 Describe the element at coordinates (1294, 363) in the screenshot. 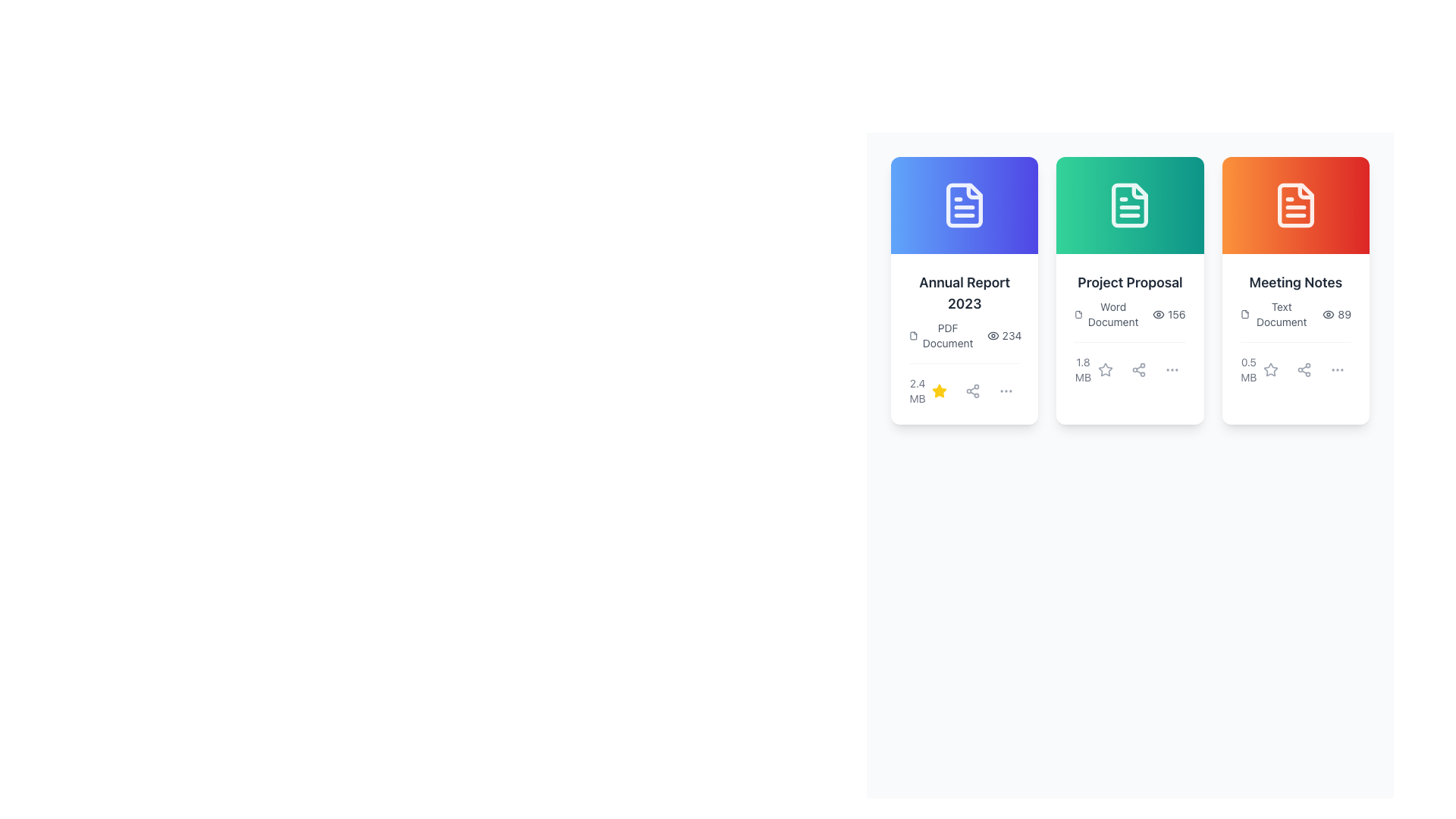

I see `the 'Share' button located in the bottom section of the 'Meeting Notes' card, which is positioned to the right of the star icon and to the left of the three-dot menu` at that location.